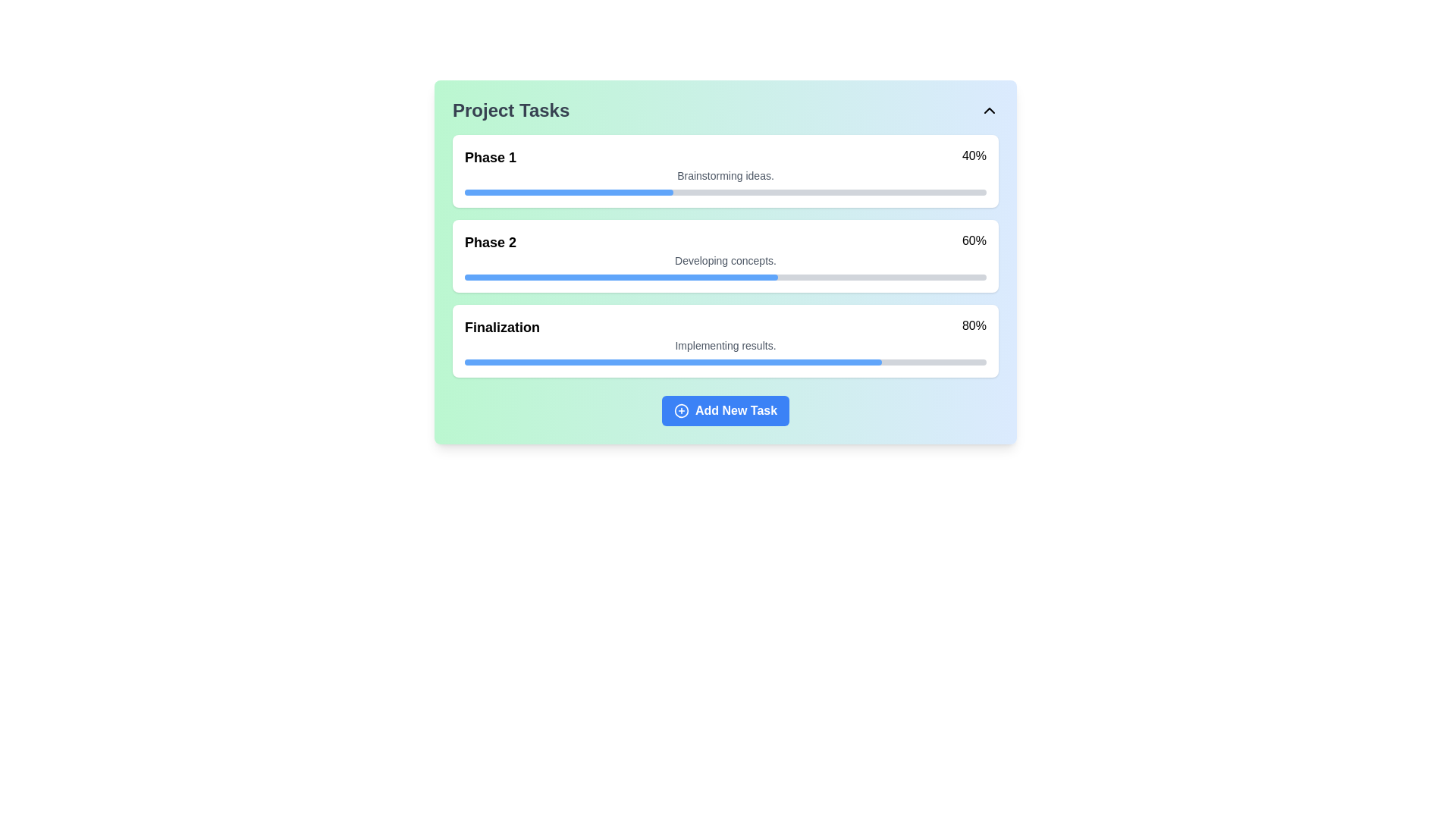 The image size is (1456, 819). What do you see at coordinates (724, 262) in the screenshot?
I see `the 'Add New Task' button located at the bottom of the Task Tracker Panel to input a new task` at bounding box center [724, 262].